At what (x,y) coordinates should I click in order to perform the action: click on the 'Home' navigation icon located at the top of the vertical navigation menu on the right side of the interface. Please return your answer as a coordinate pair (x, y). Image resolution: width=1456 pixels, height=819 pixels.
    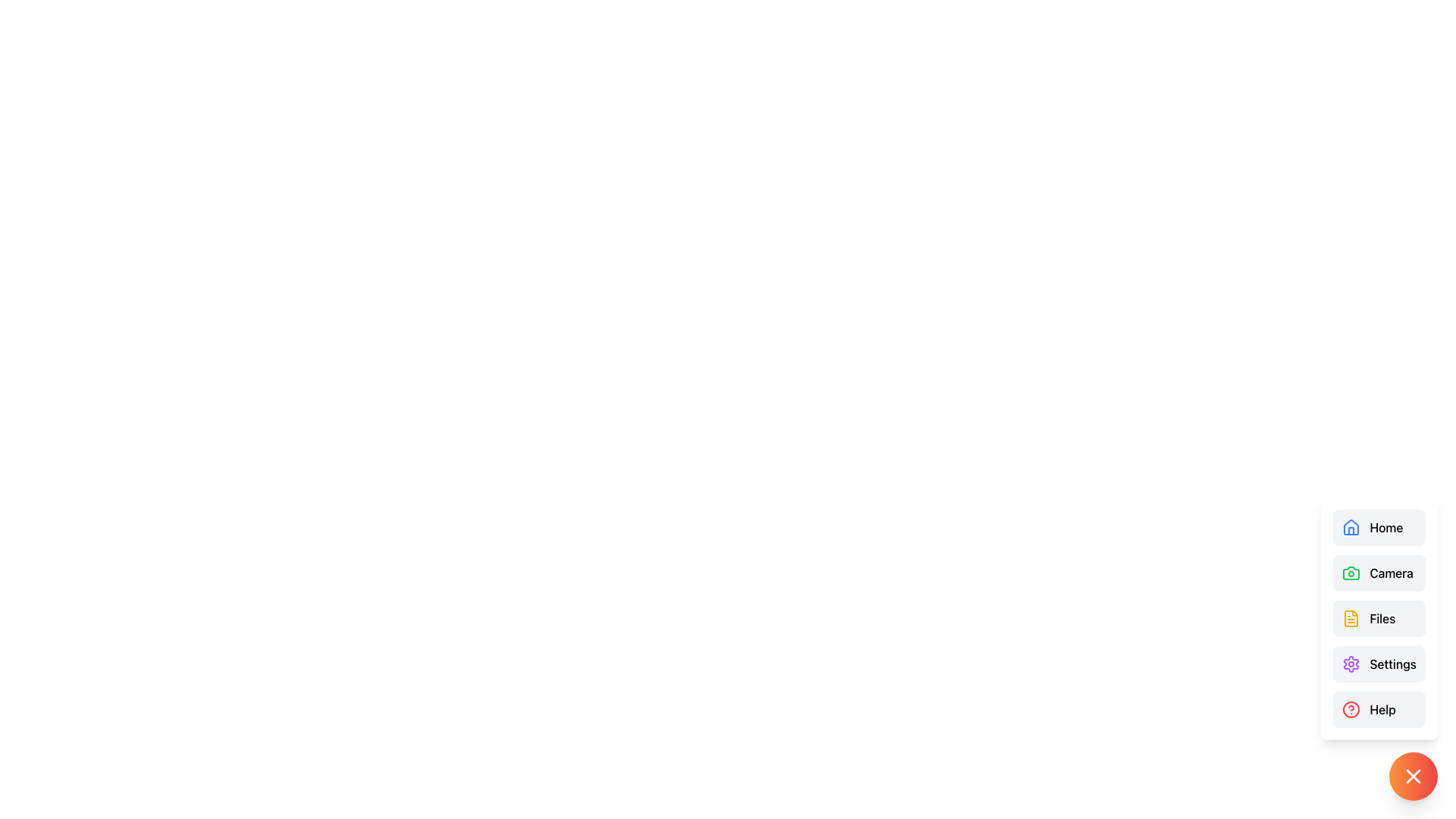
    Looking at the image, I should click on (1351, 526).